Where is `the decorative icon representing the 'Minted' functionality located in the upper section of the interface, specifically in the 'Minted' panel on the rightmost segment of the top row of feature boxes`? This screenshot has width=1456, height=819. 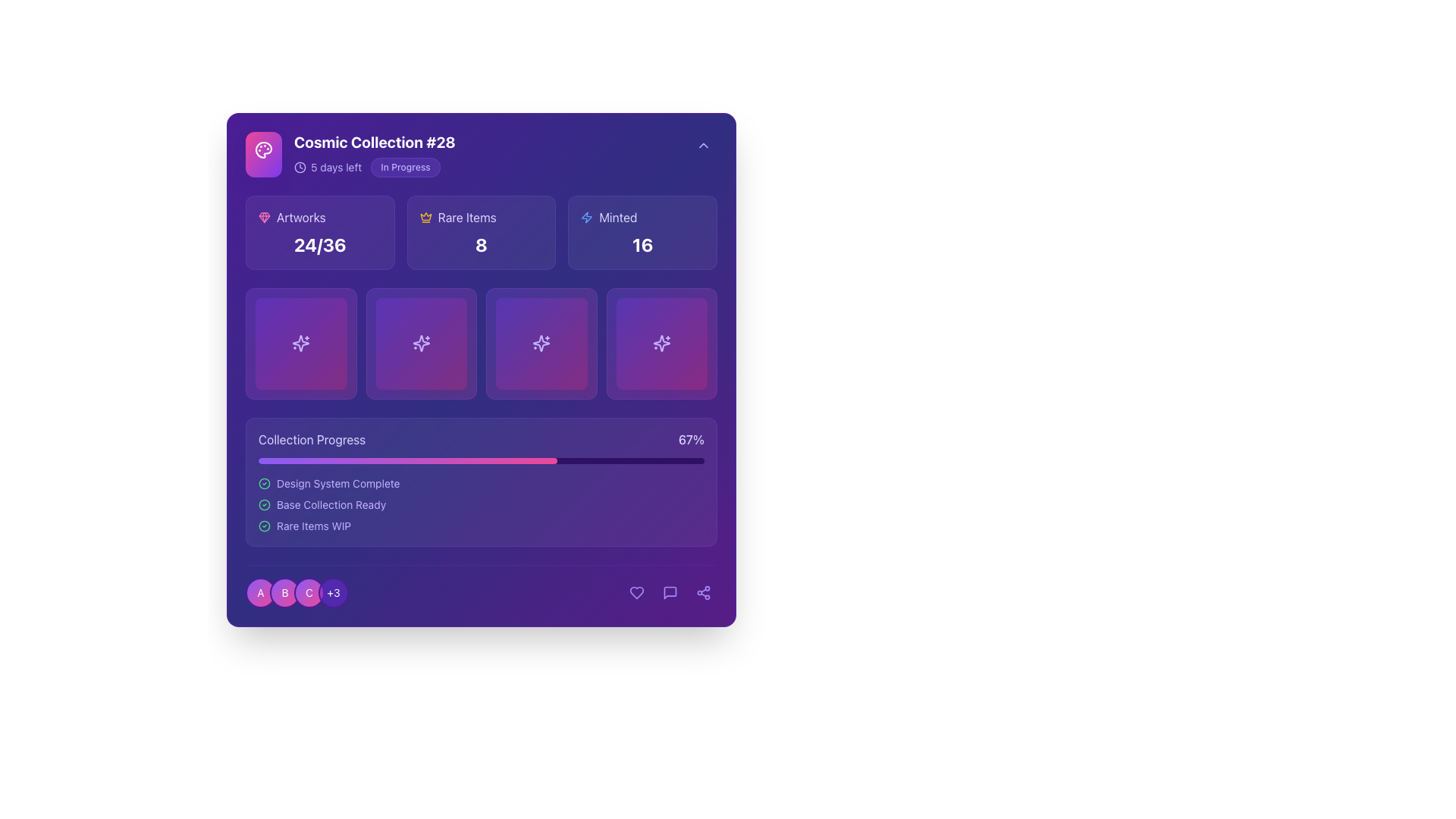
the decorative icon representing the 'Minted' functionality located in the upper section of the interface, specifically in the 'Minted' panel on the rightmost segment of the top row of feature boxes is located at coordinates (586, 217).